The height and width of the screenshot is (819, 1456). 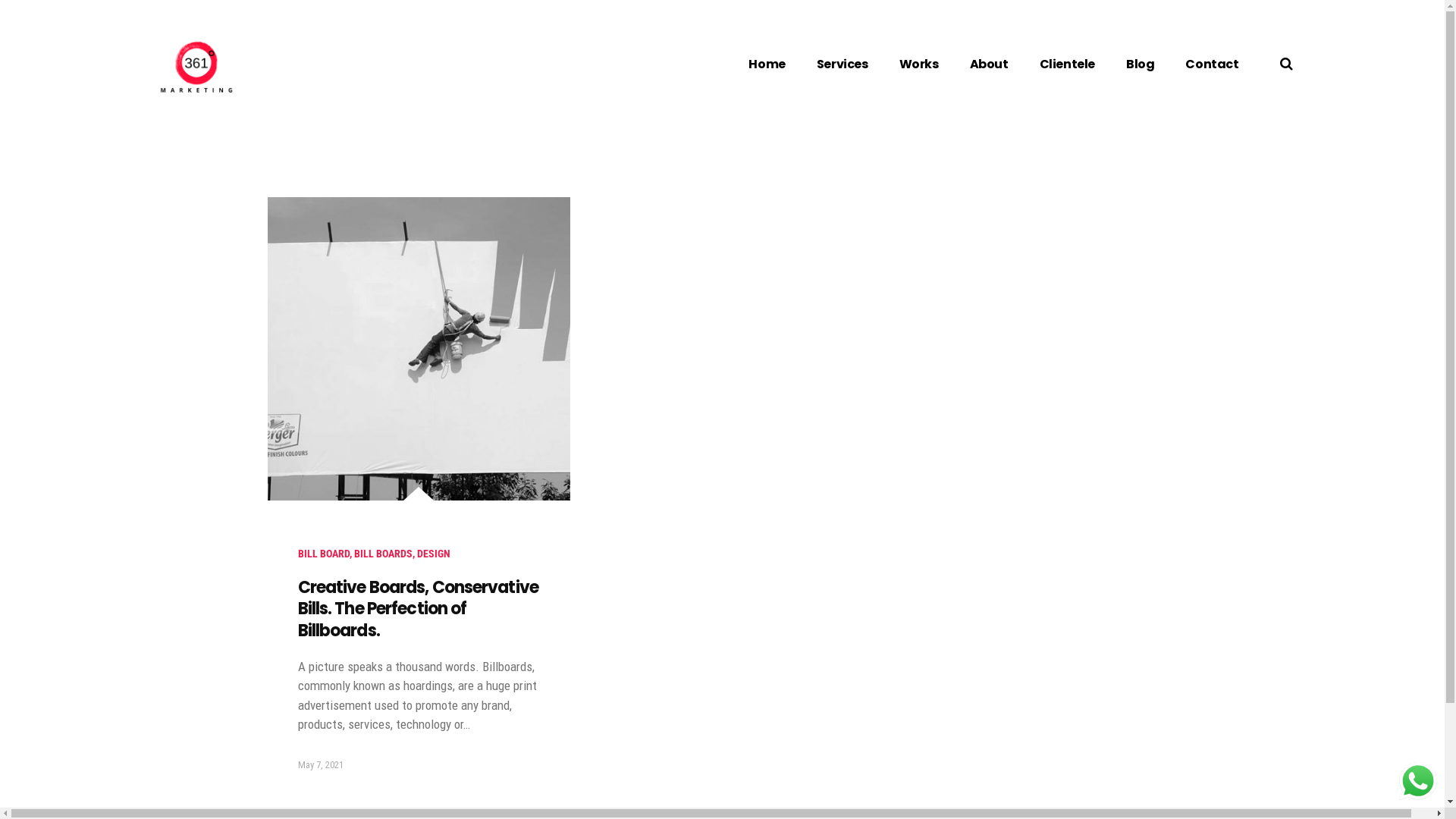 What do you see at coordinates (432, 553) in the screenshot?
I see `'DESIGN'` at bounding box center [432, 553].